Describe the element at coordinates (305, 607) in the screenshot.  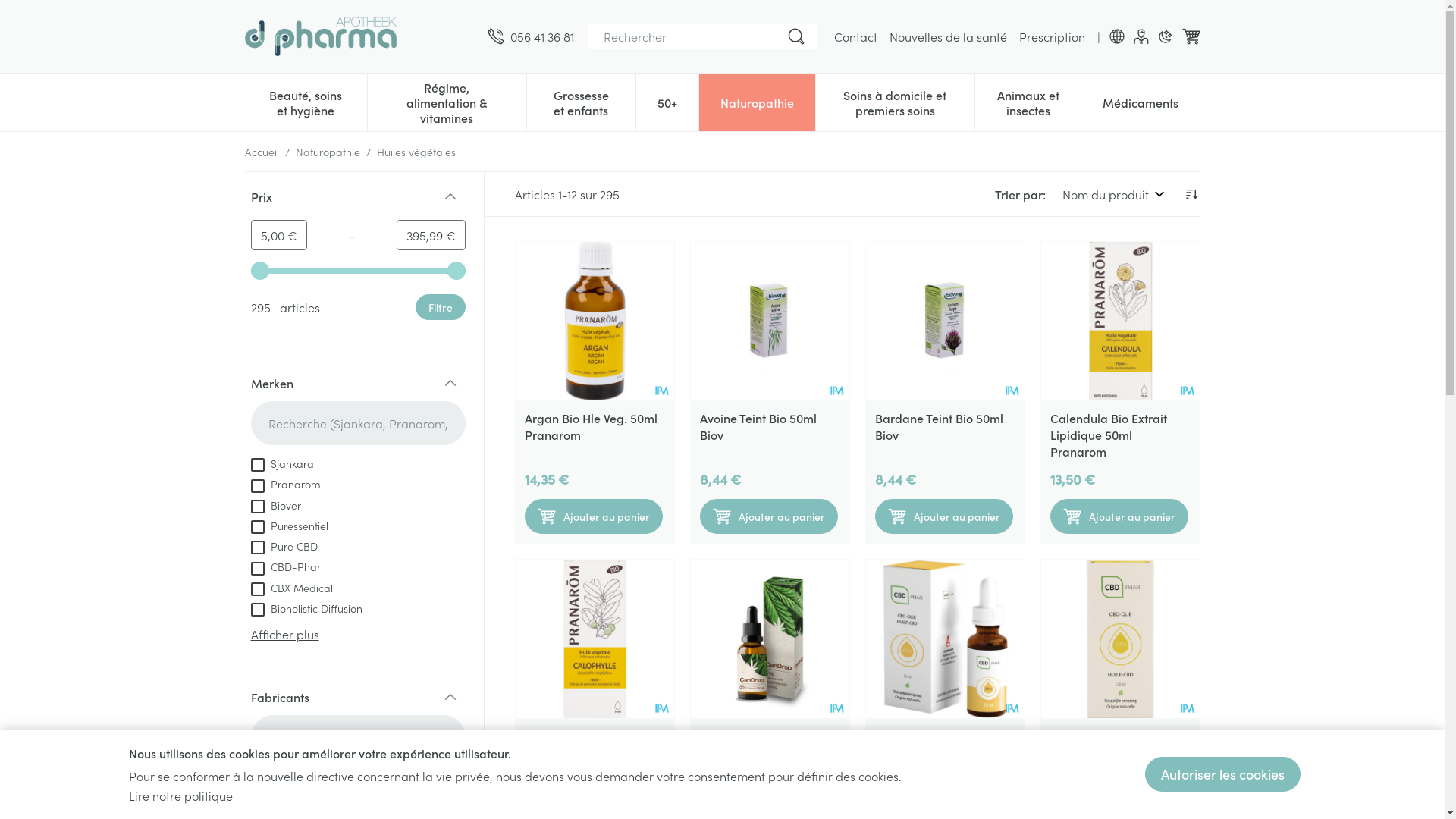
I see `'Bioholistic Diffusion'` at that location.